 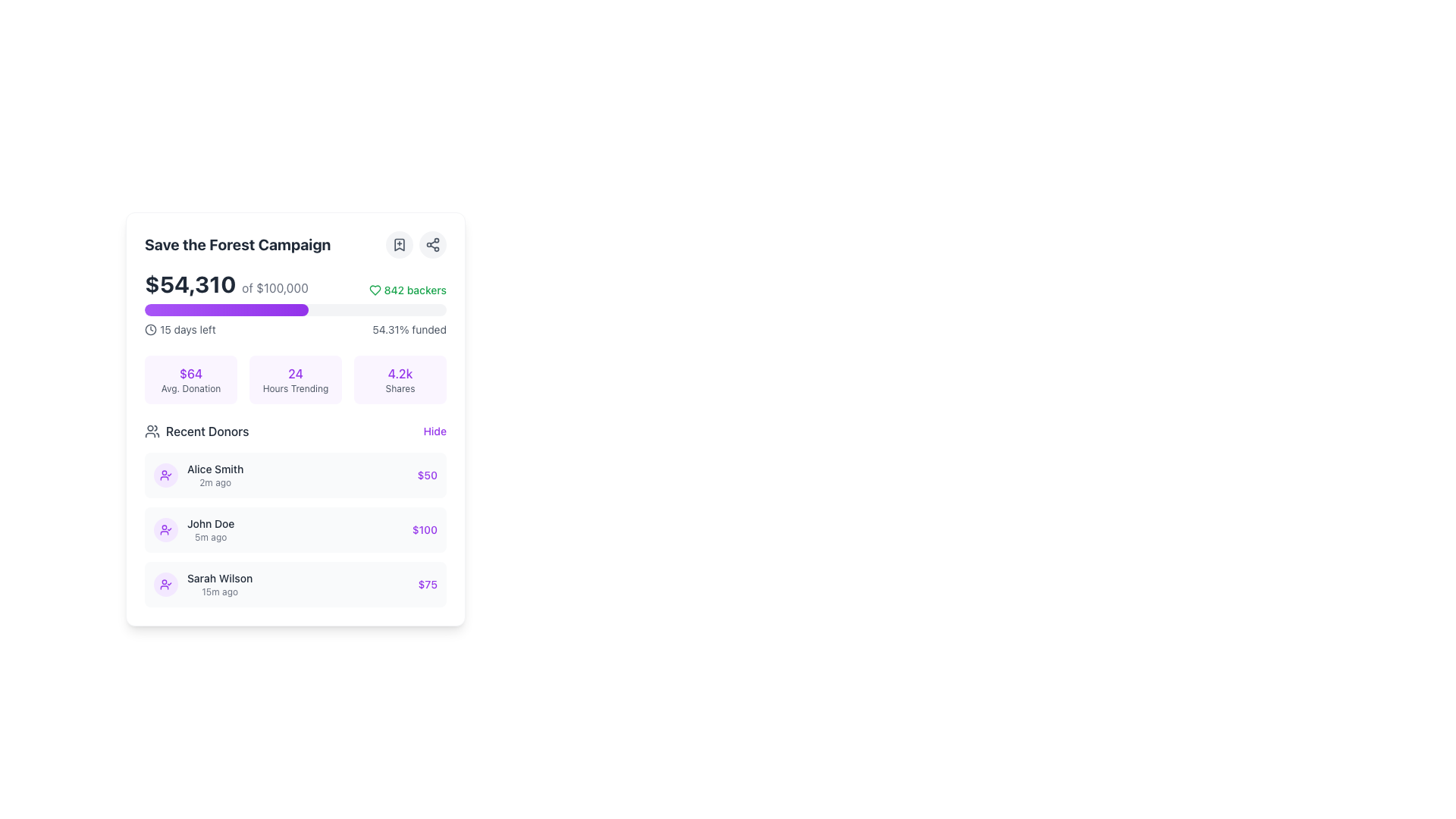 What do you see at coordinates (226, 309) in the screenshot?
I see `the progress indicator styled with a gradient from purple to violet, located under the headline and funding information, representing the filled portion of the progress bar` at bounding box center [226, 309].